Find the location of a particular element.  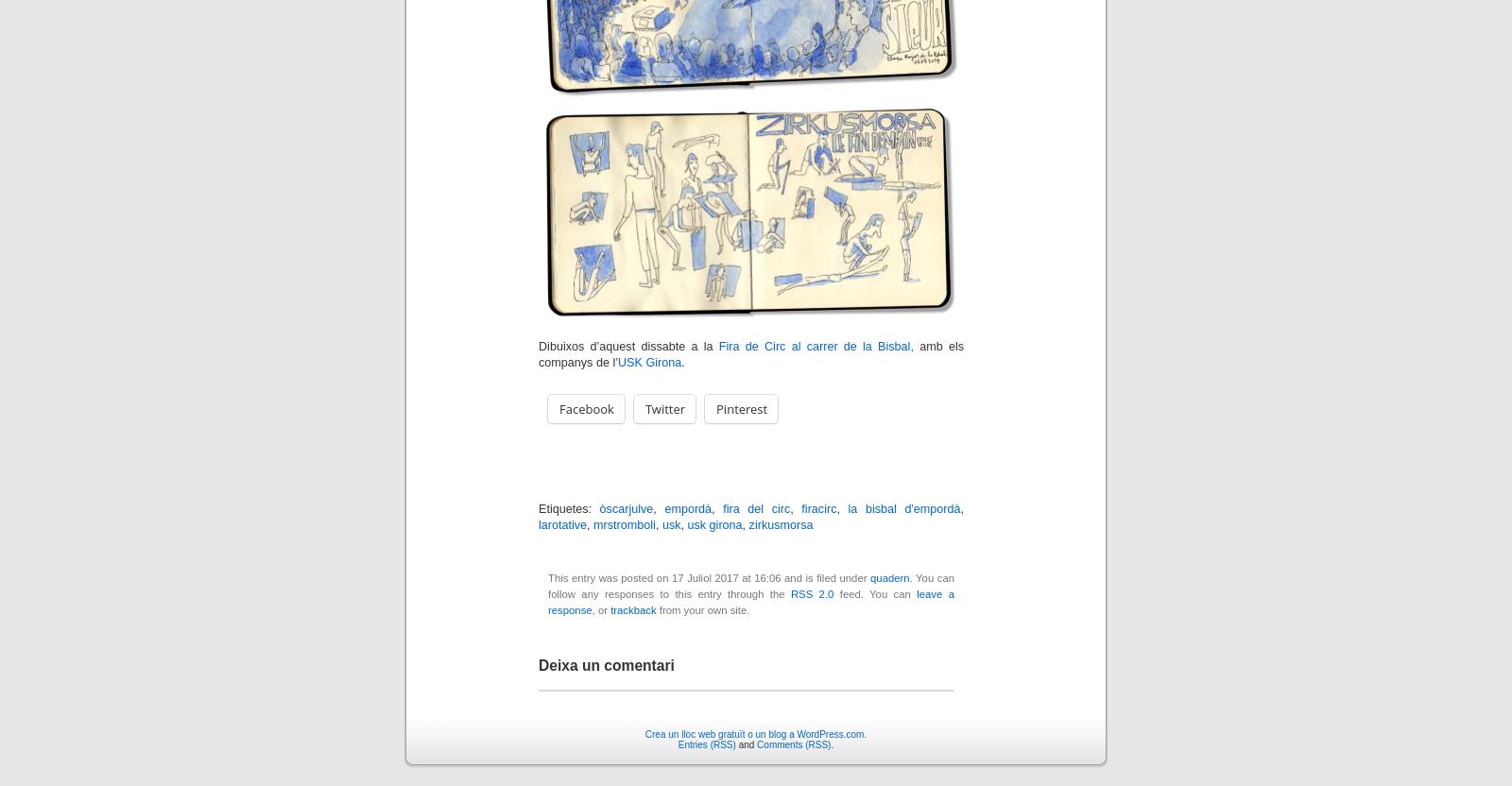

'Twitter' is located at coordinates (664, 408).